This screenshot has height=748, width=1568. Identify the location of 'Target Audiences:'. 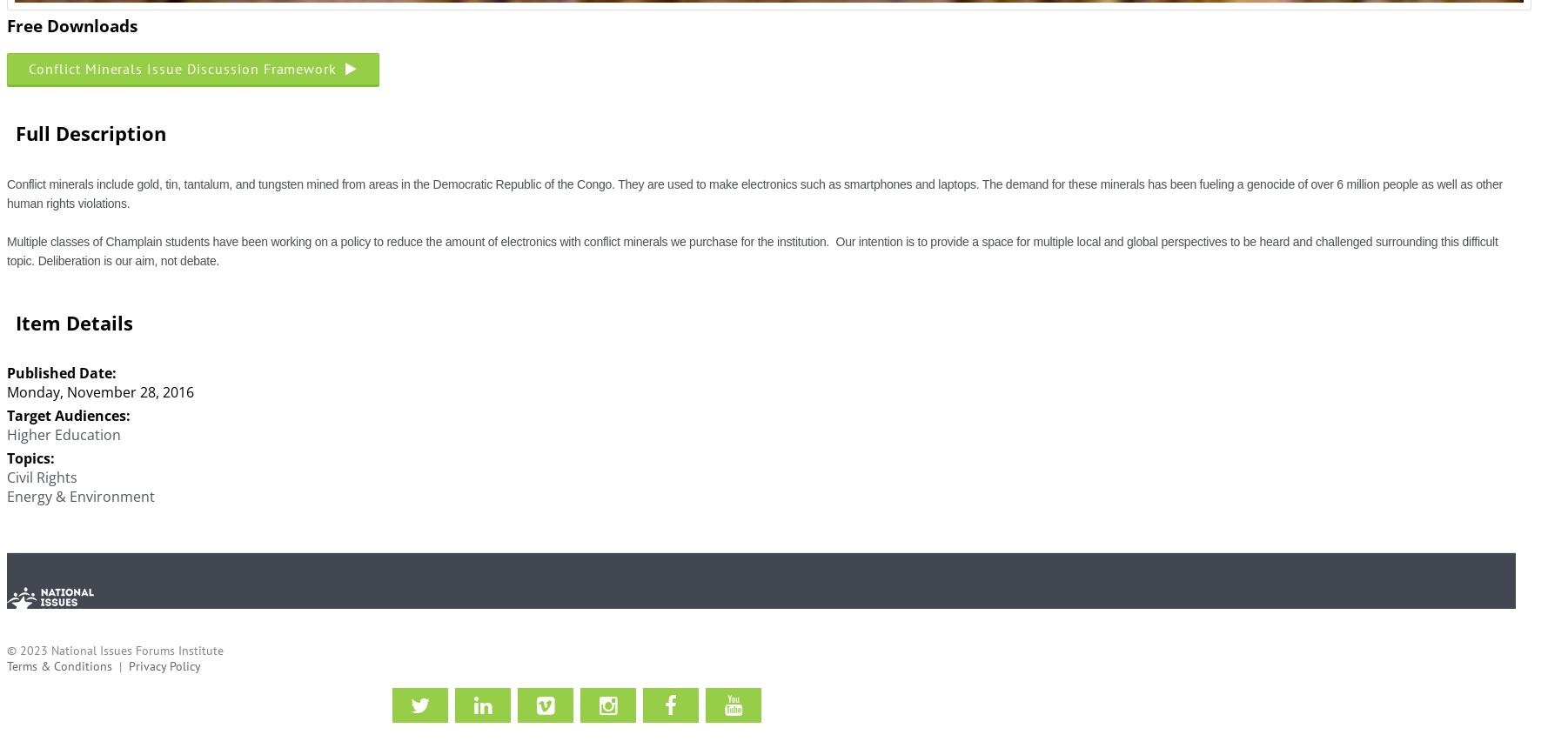
(70, 415).